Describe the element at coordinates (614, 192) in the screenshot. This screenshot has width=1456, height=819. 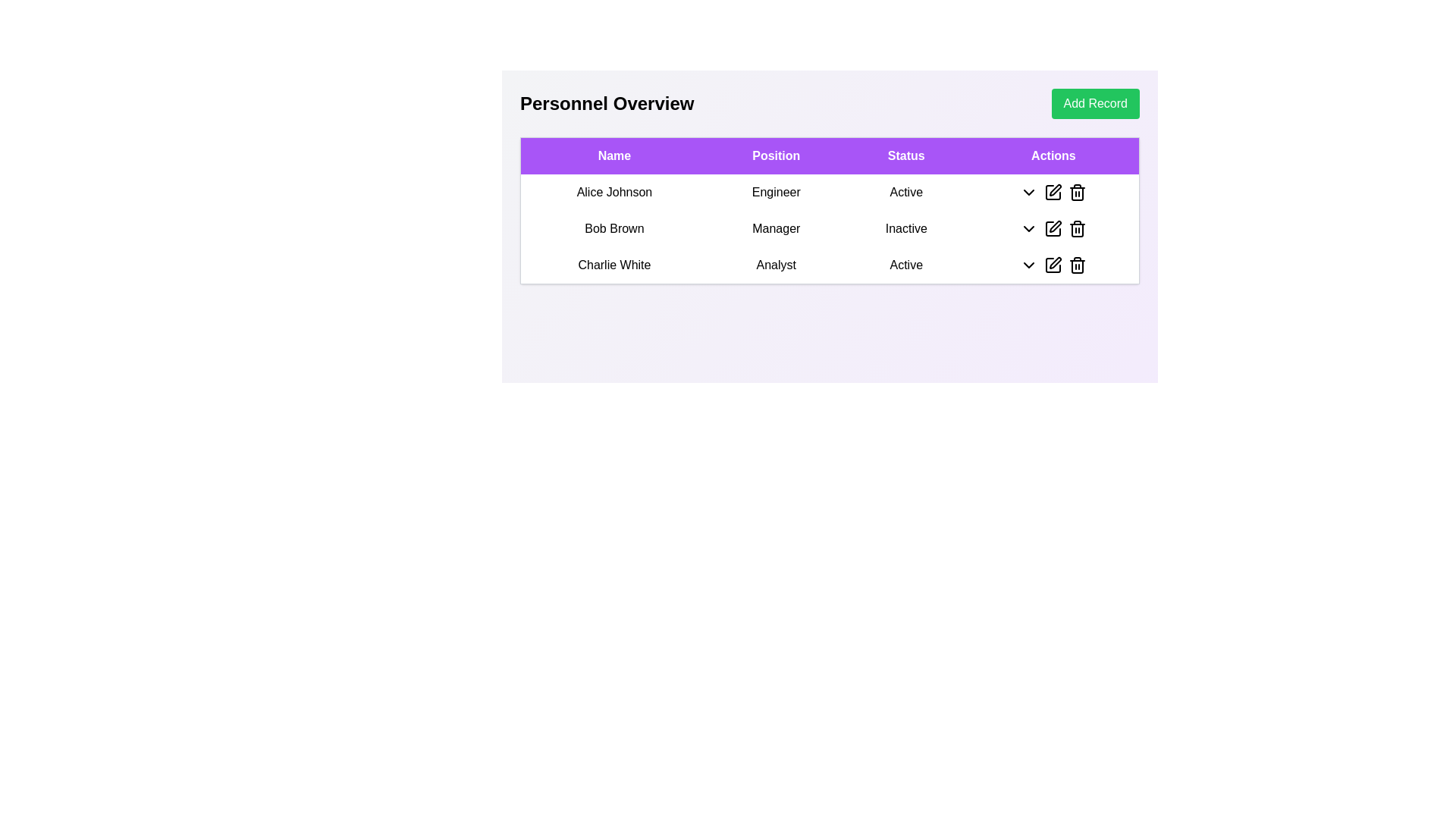
I see `the static text label for the individual 'Alice Johnson' in the personnel table, located in the leftmost column under the 'Name' header` at that location.